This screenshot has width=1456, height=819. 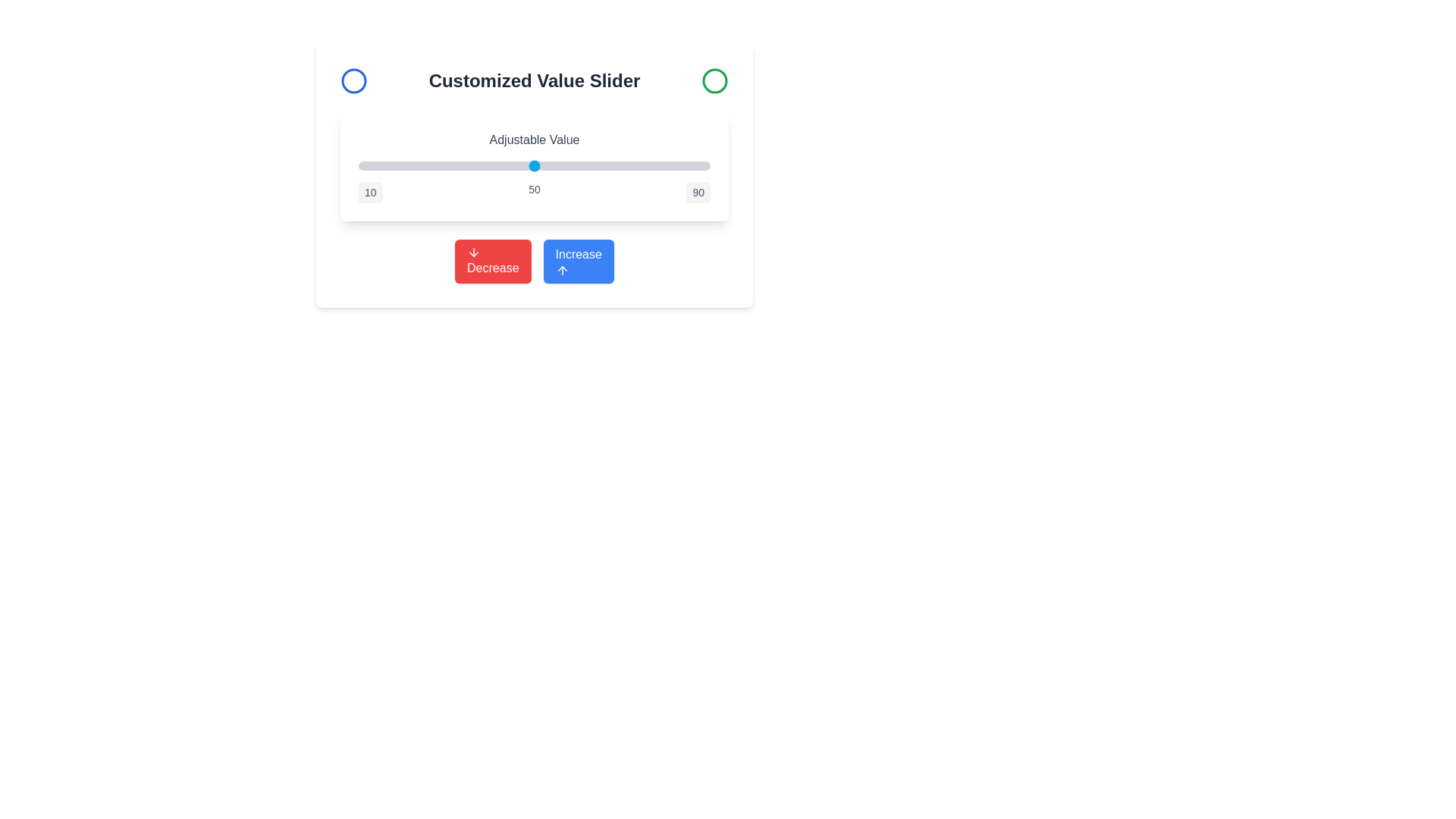 What do you see at coordinates (701, 166) in the screenshot?
I see `the slider value` at bounding box center [701, 166].